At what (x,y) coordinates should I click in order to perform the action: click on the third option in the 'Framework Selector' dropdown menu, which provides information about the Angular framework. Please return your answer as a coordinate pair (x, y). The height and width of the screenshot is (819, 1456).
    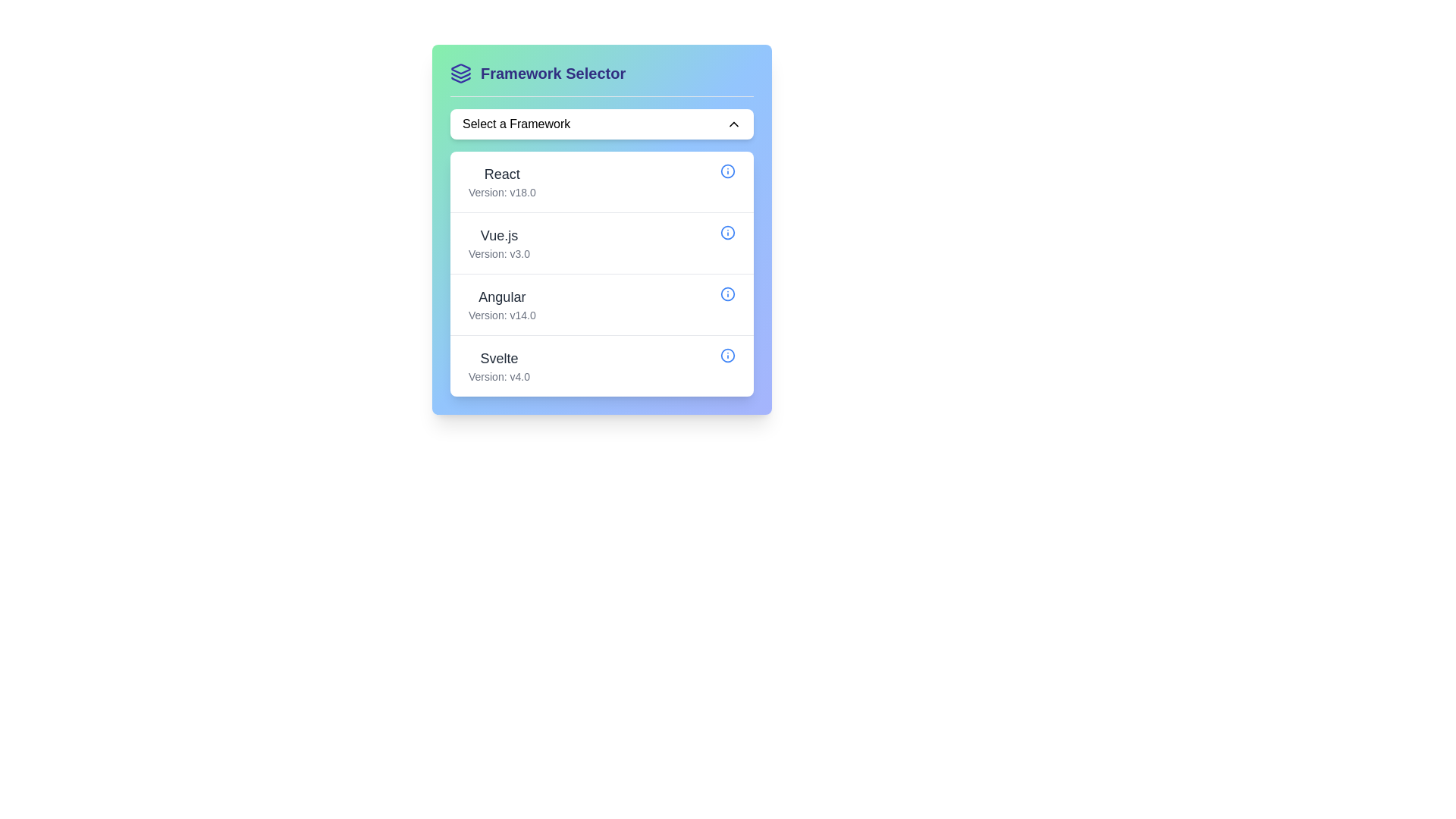
    Looking at the image, I should click on (502, 304).